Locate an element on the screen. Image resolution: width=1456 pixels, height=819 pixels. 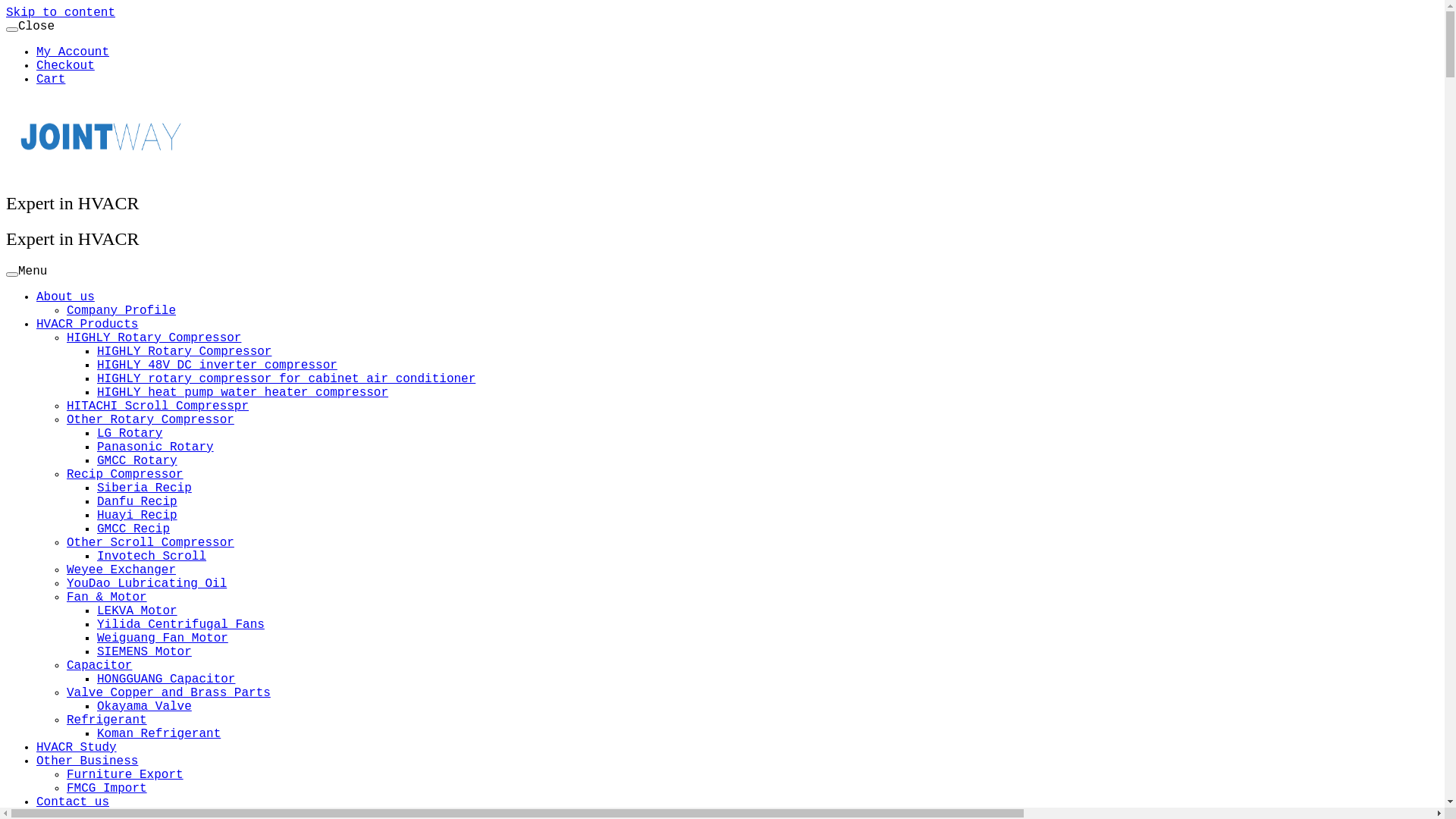
'My Account' is located at coordinates (36, 52).